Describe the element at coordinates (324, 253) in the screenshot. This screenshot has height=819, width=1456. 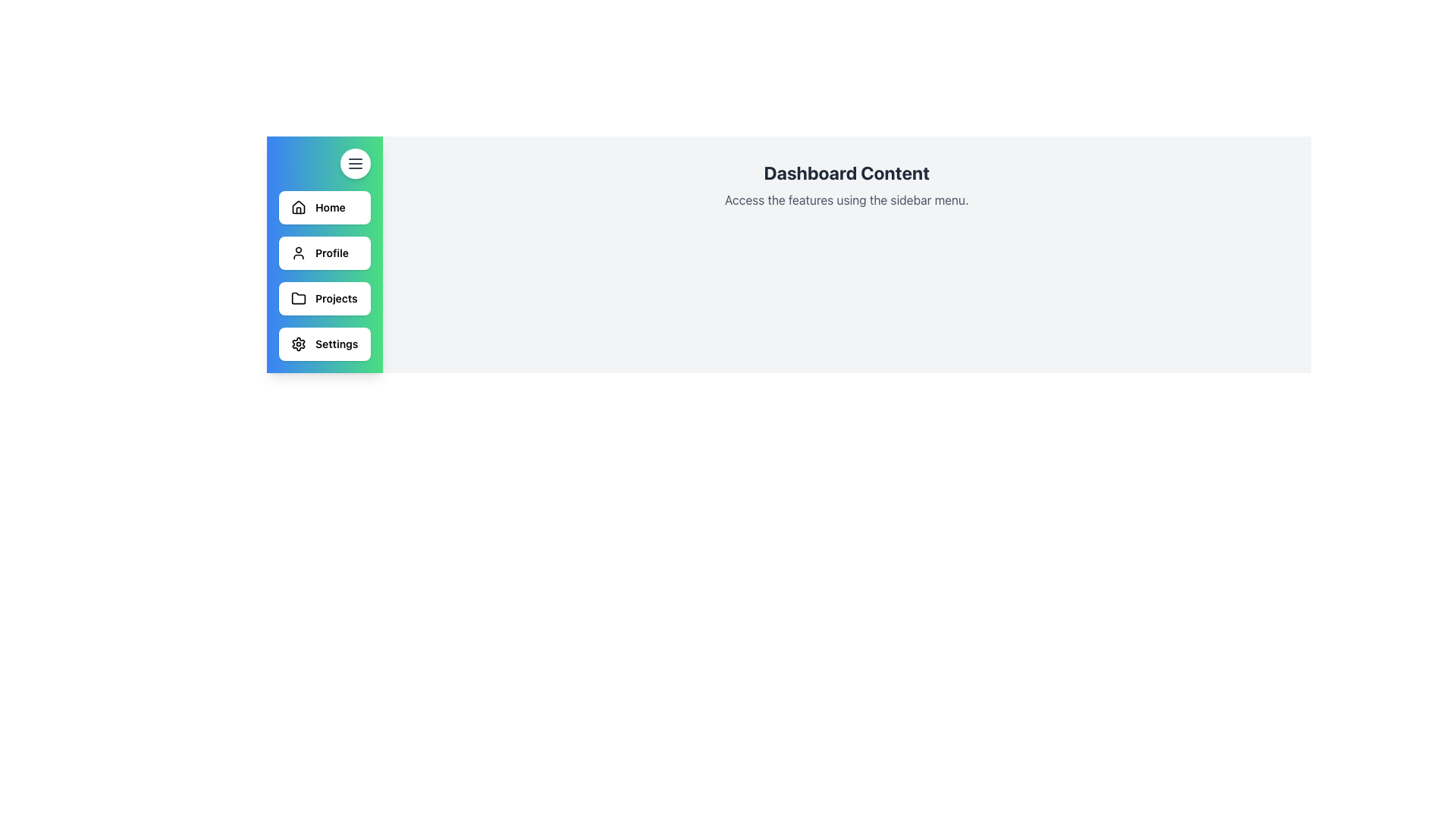
I see `the second button in the vertical list on the left-hand side of the interface` at that location.